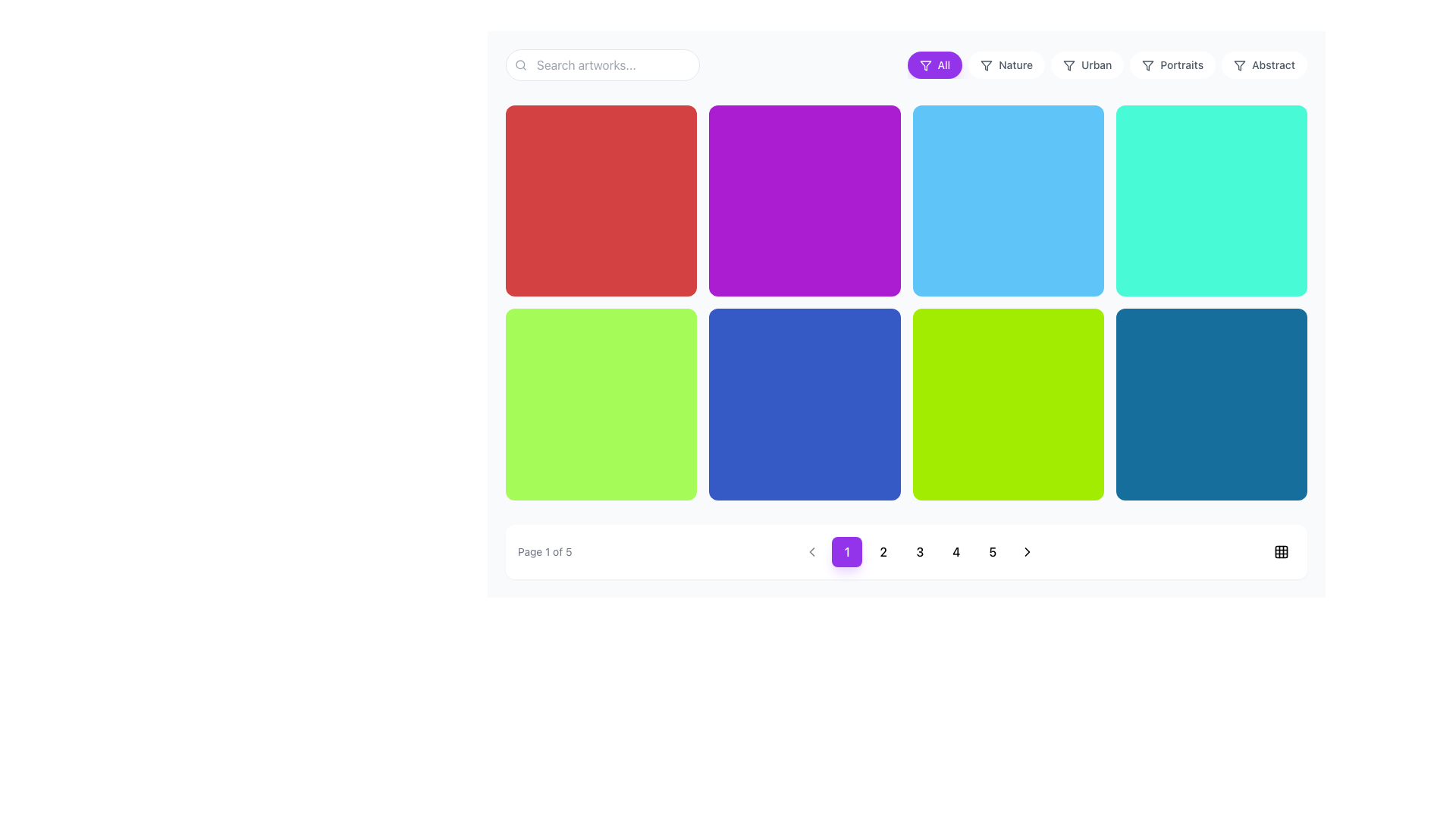 Image resolution: width=1456 pixels, height=819 pixels. Describe the element at coordinates (1240, 65) in the screenshot. I see `the filtering icon located in the upper-right section of the interface, part of the toolbar before the textual filter labels like 'All' and 'Nature'` at that location.